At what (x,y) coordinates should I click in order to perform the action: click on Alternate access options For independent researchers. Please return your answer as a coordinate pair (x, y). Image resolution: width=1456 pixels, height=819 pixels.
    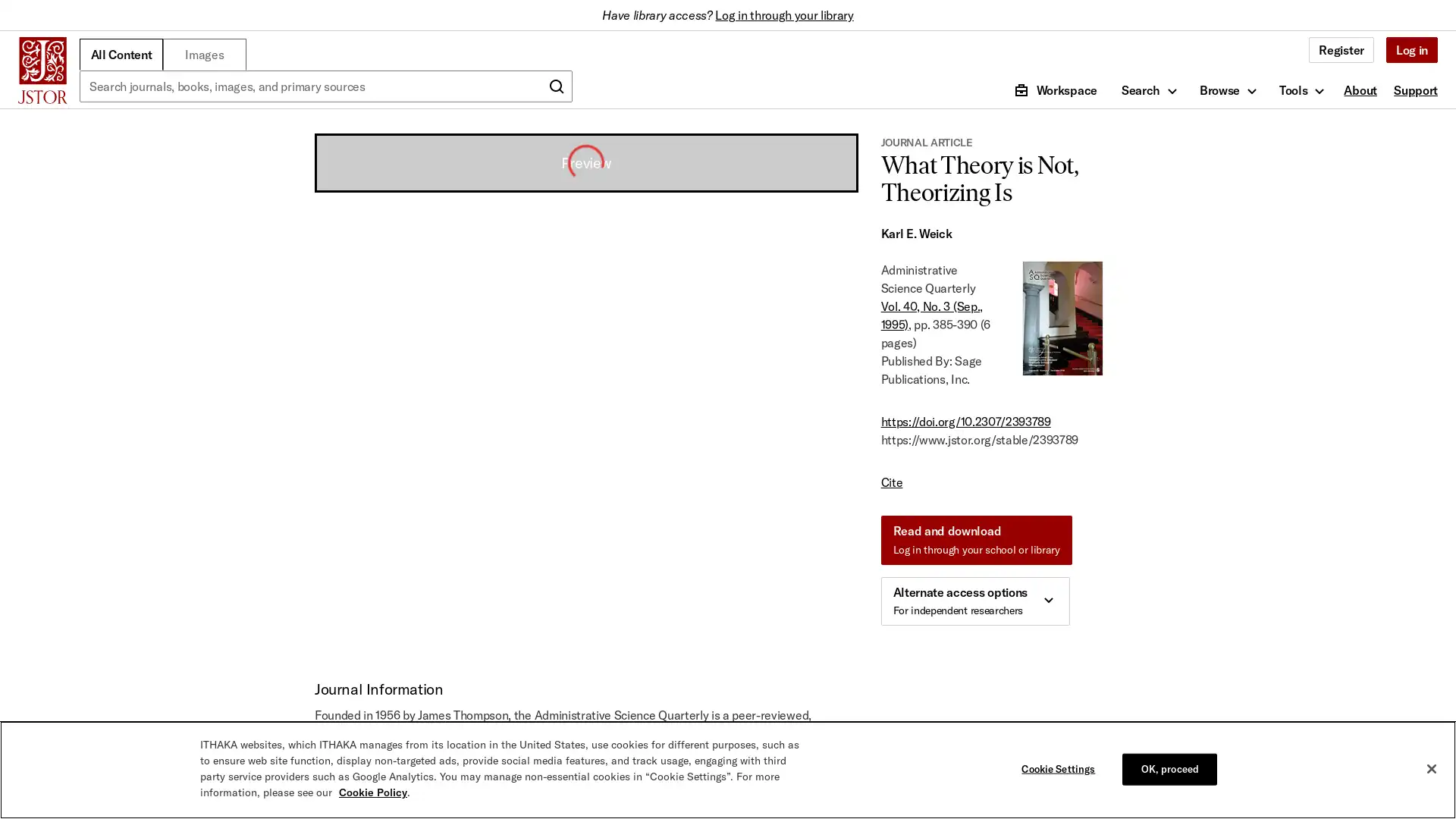
    Looking at the image, I should click on (974, 601).